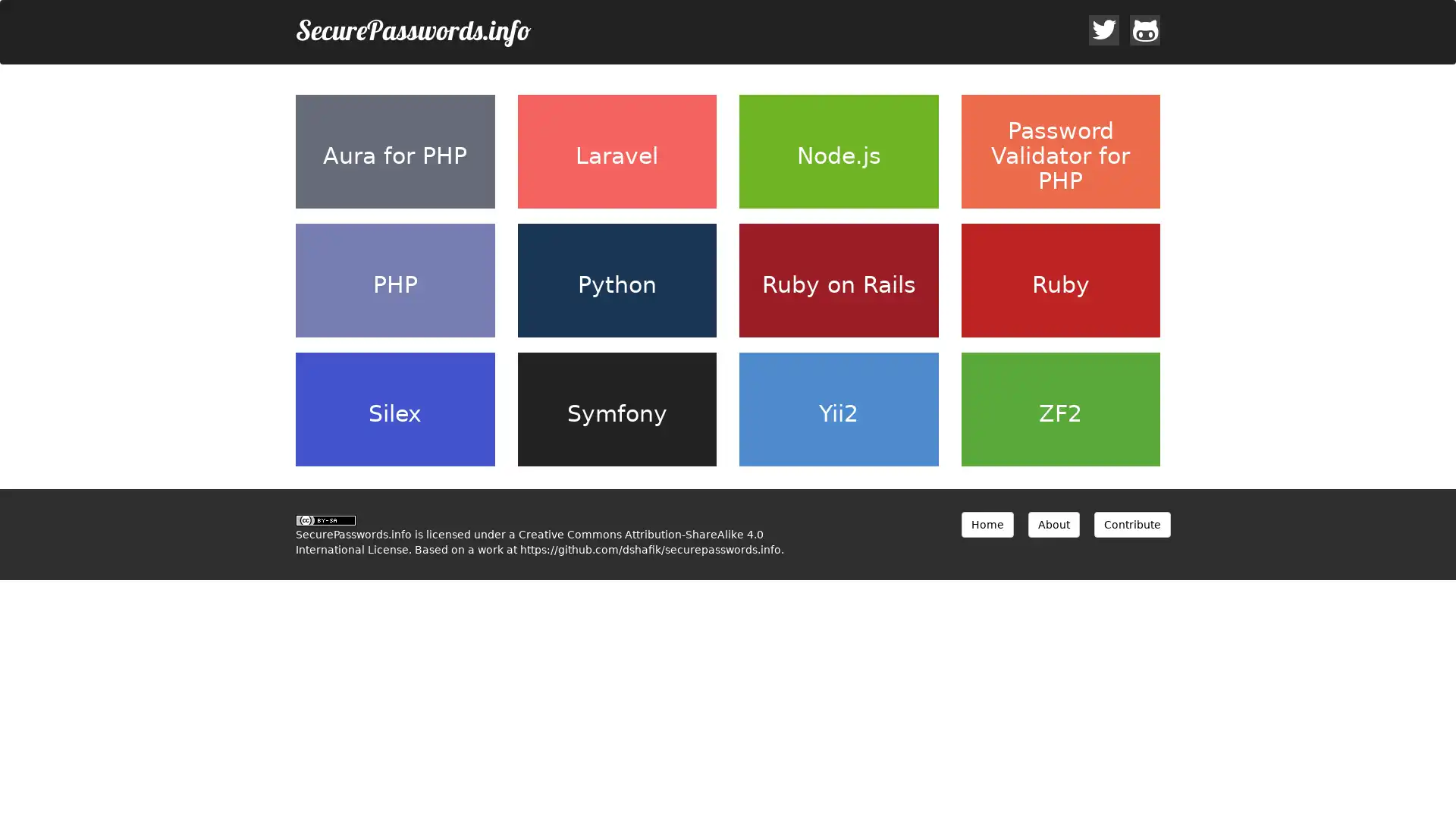  What do you see at coordinates (1059, 152) in the screenshot?
I see `Password Validator for PHP` at bounding box center [1059, 152].